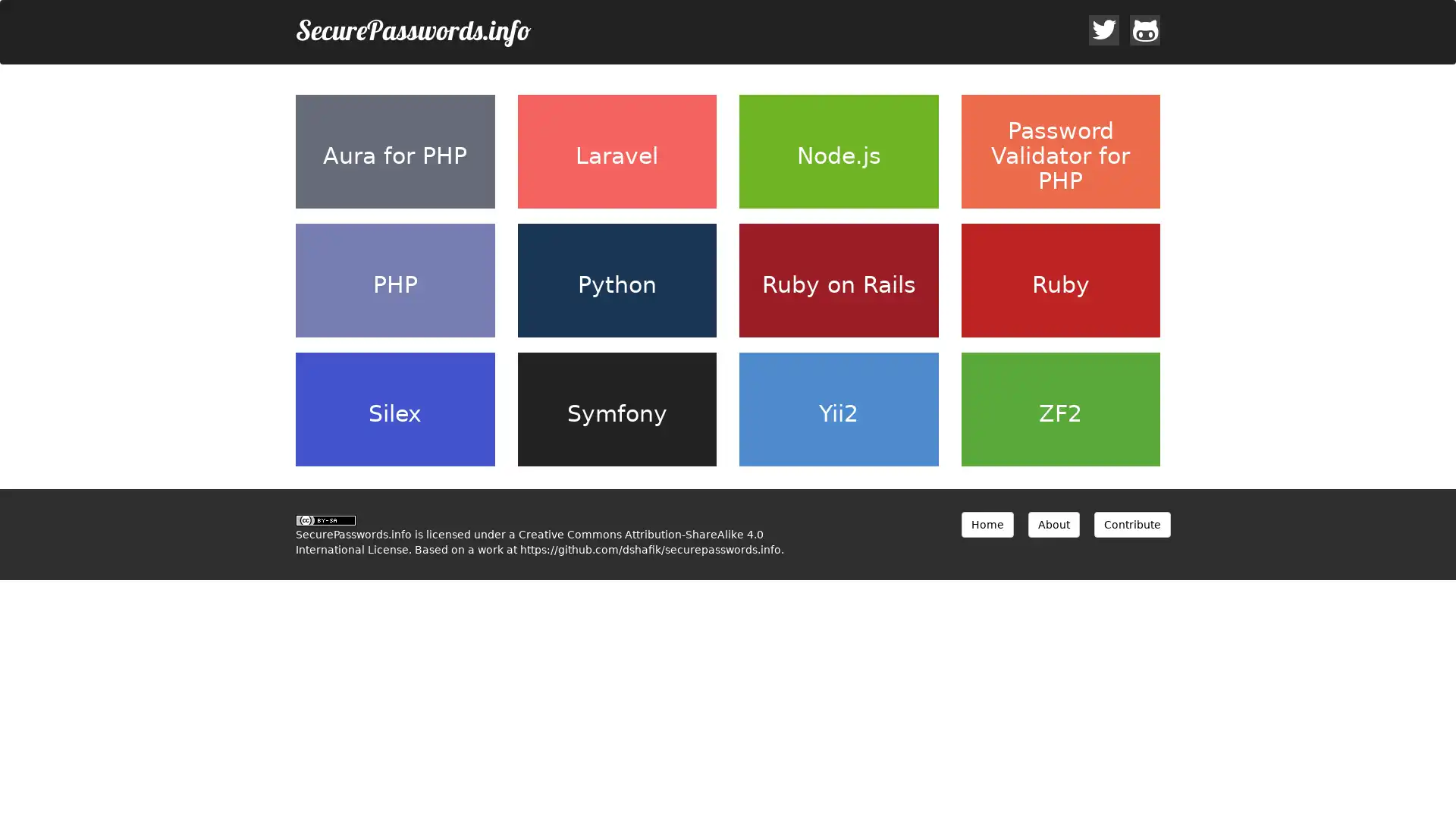  What do you see at coordinates (1059, 152) in the screenshot?
I see `Password Validator for PHP` at bounding box center [1059, 152].